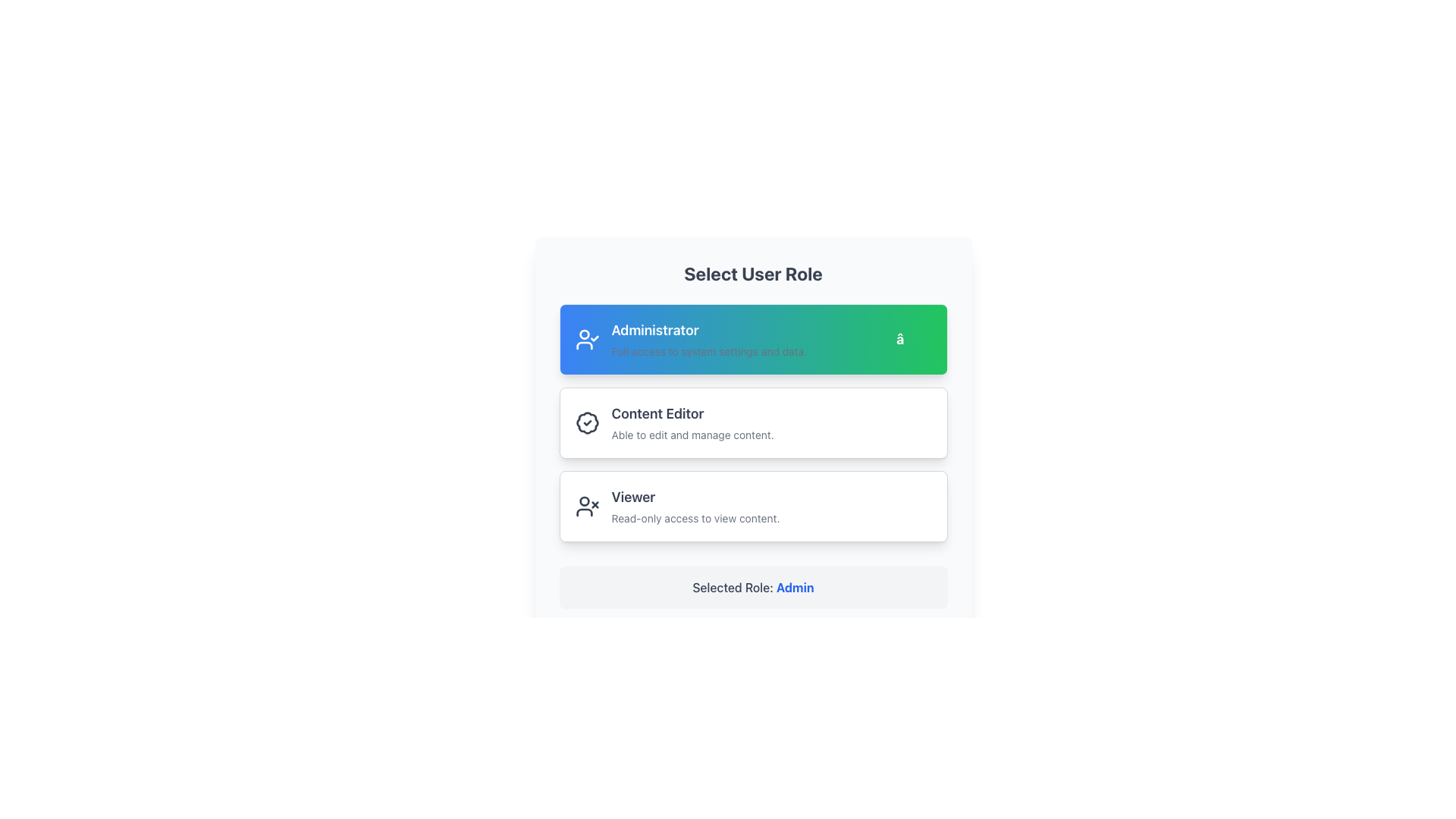  I want to click on the SVG Icon that indicates the role of 'Administrator', positioned left of the text 'Administrator' and 'Full access to system settings and data', so click(586, 338).